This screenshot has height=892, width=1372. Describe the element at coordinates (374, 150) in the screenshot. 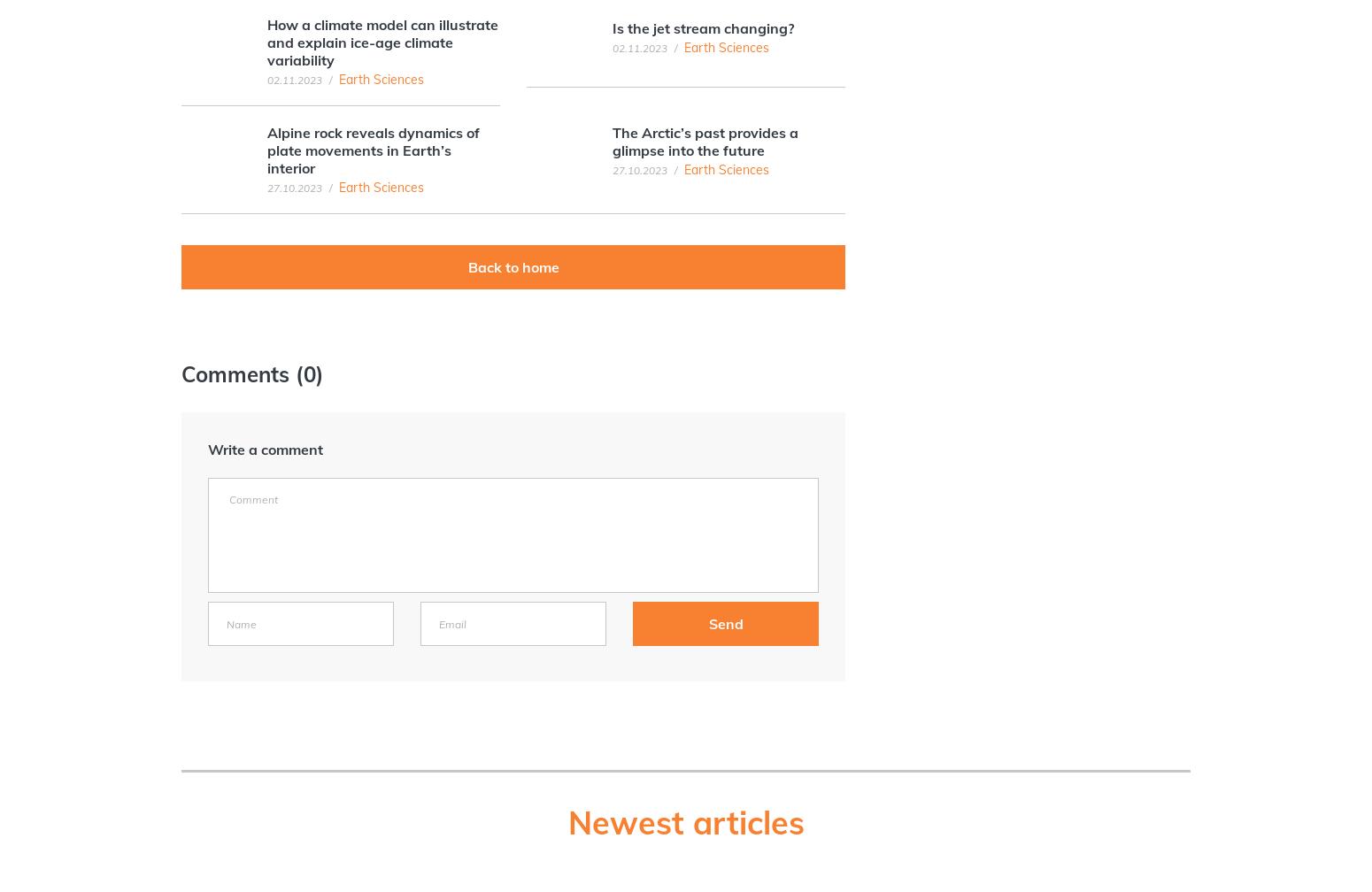

I see `'Alpine rock reveals dynamics of plate movements in Earth’s interior'` at that location.